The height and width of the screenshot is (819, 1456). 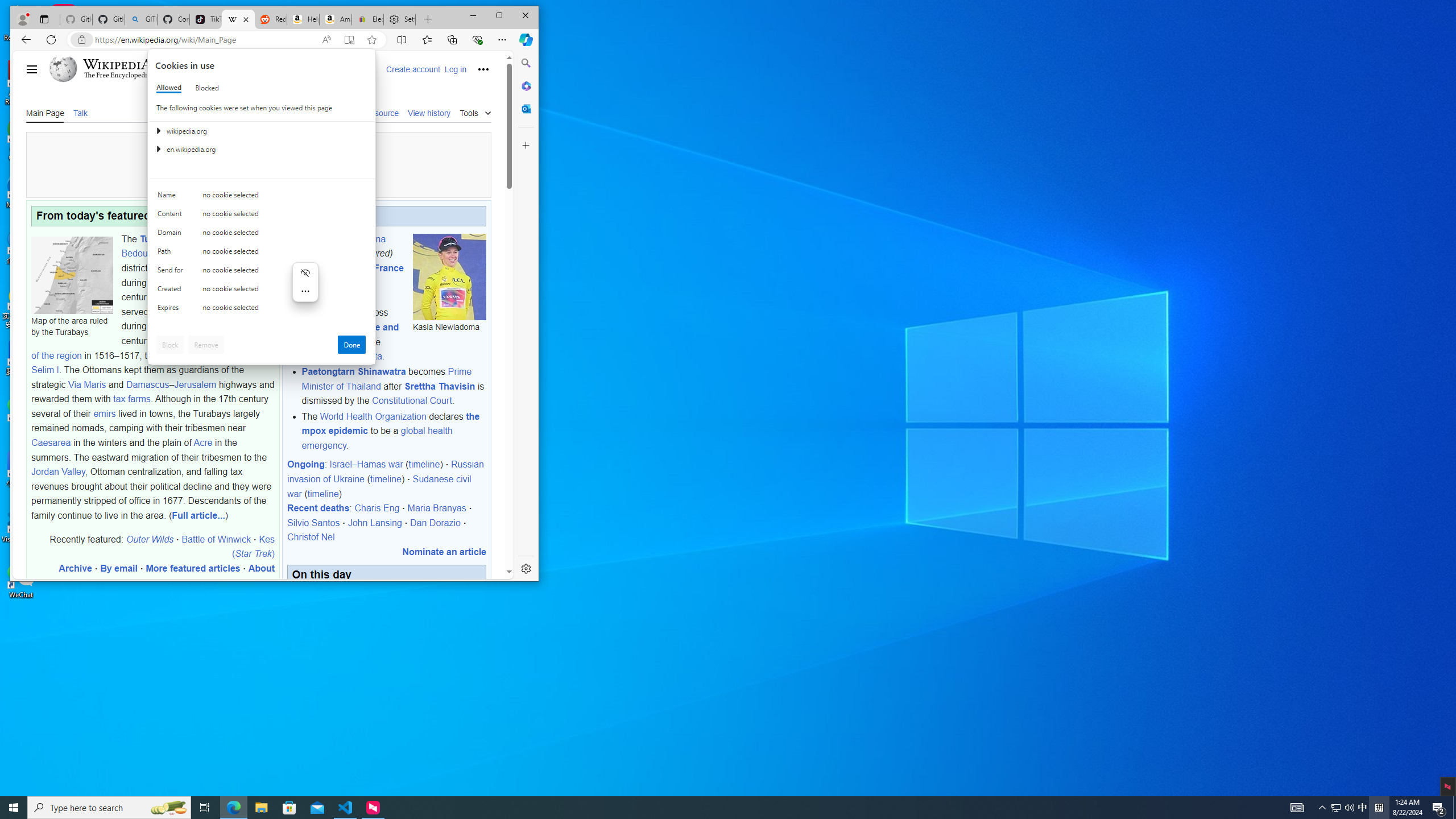 What do you see at coordinates (172, 309) in the screenshot?
I see `'Expires'` at bounding box center [172, 309].